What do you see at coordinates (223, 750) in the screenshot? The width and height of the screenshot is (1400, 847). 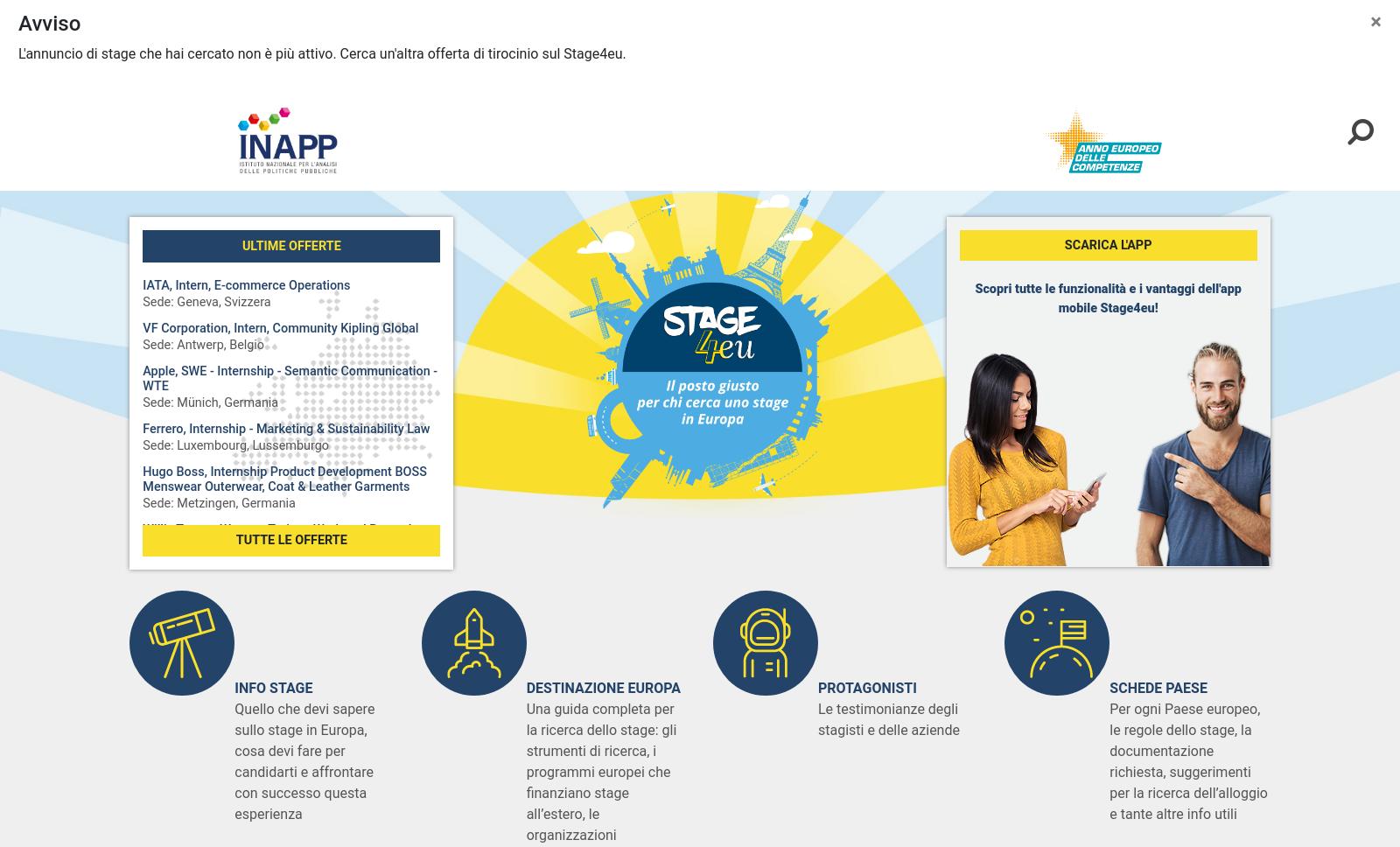 I see `'Geneva, Svizzera'` at bounding box center [223, 750].